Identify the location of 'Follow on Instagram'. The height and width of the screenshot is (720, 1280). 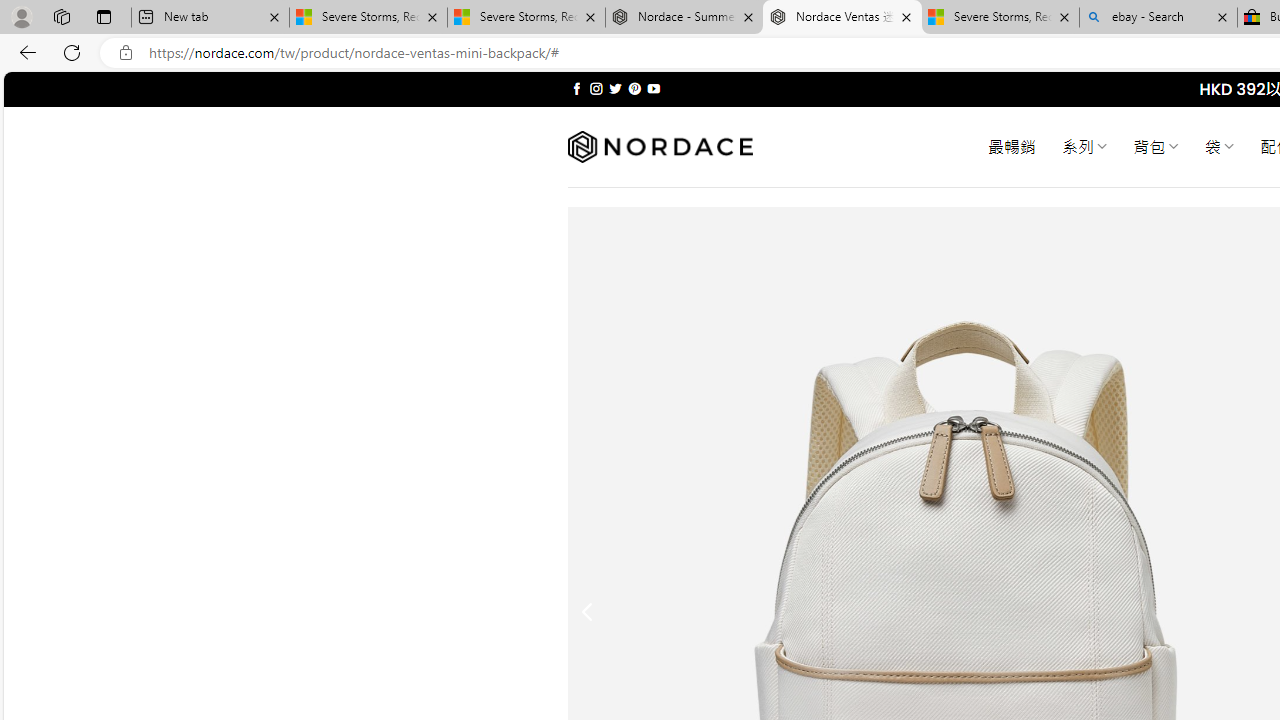
(595, 88).